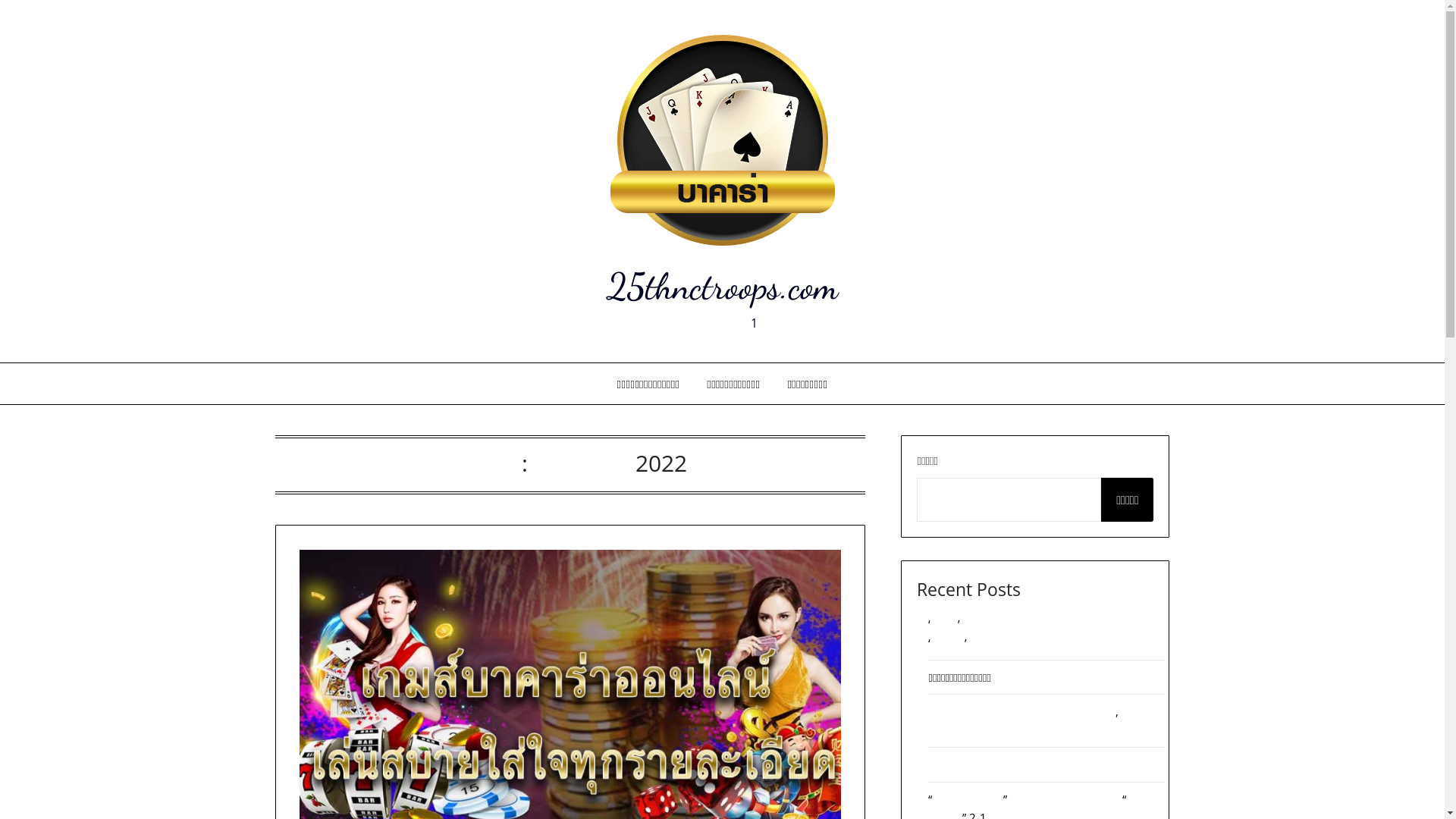  Describe the element at coordinates (721, 286) in the screenshot. I see `'25thnctroops.com'` at that location.